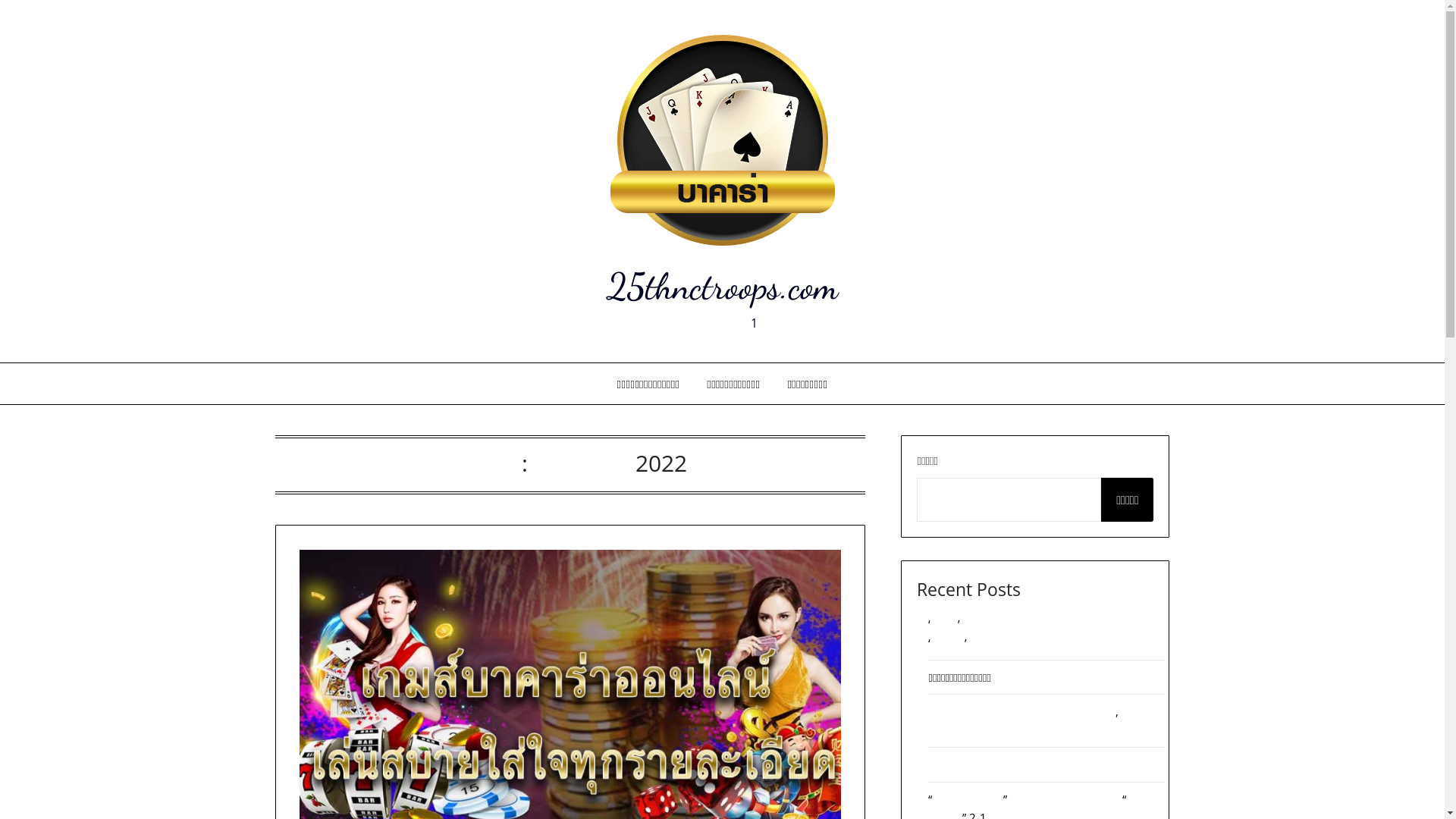  Describe the element at coordinates (721, 286) in the screenshot. I see `'25thnctroops.com'` at that location.